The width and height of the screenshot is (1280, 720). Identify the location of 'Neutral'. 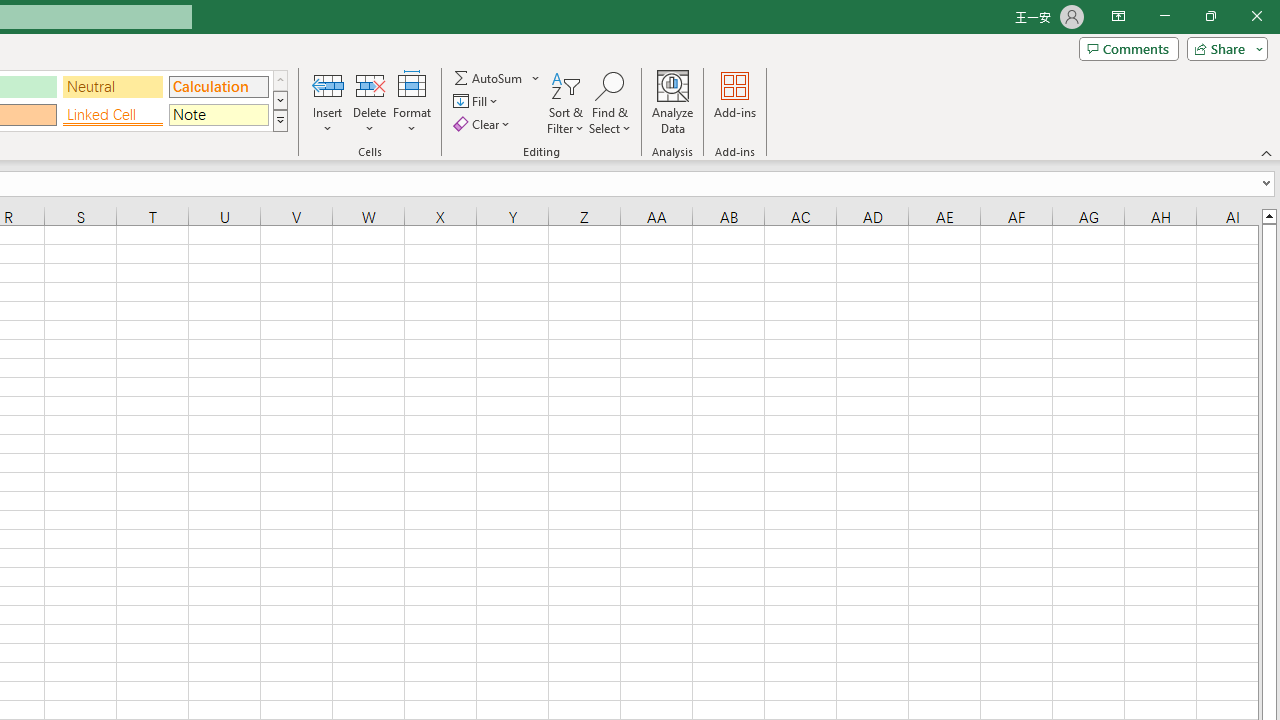
(112, 85).